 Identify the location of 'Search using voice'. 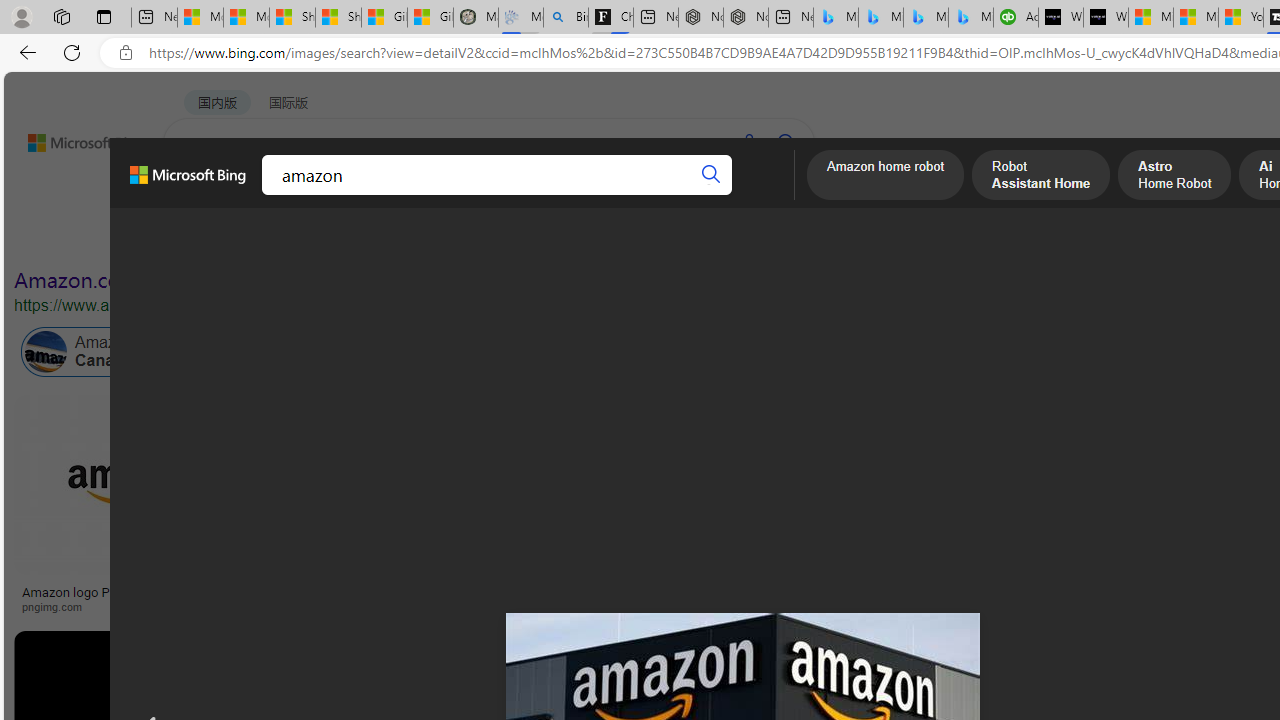
(747, 141).